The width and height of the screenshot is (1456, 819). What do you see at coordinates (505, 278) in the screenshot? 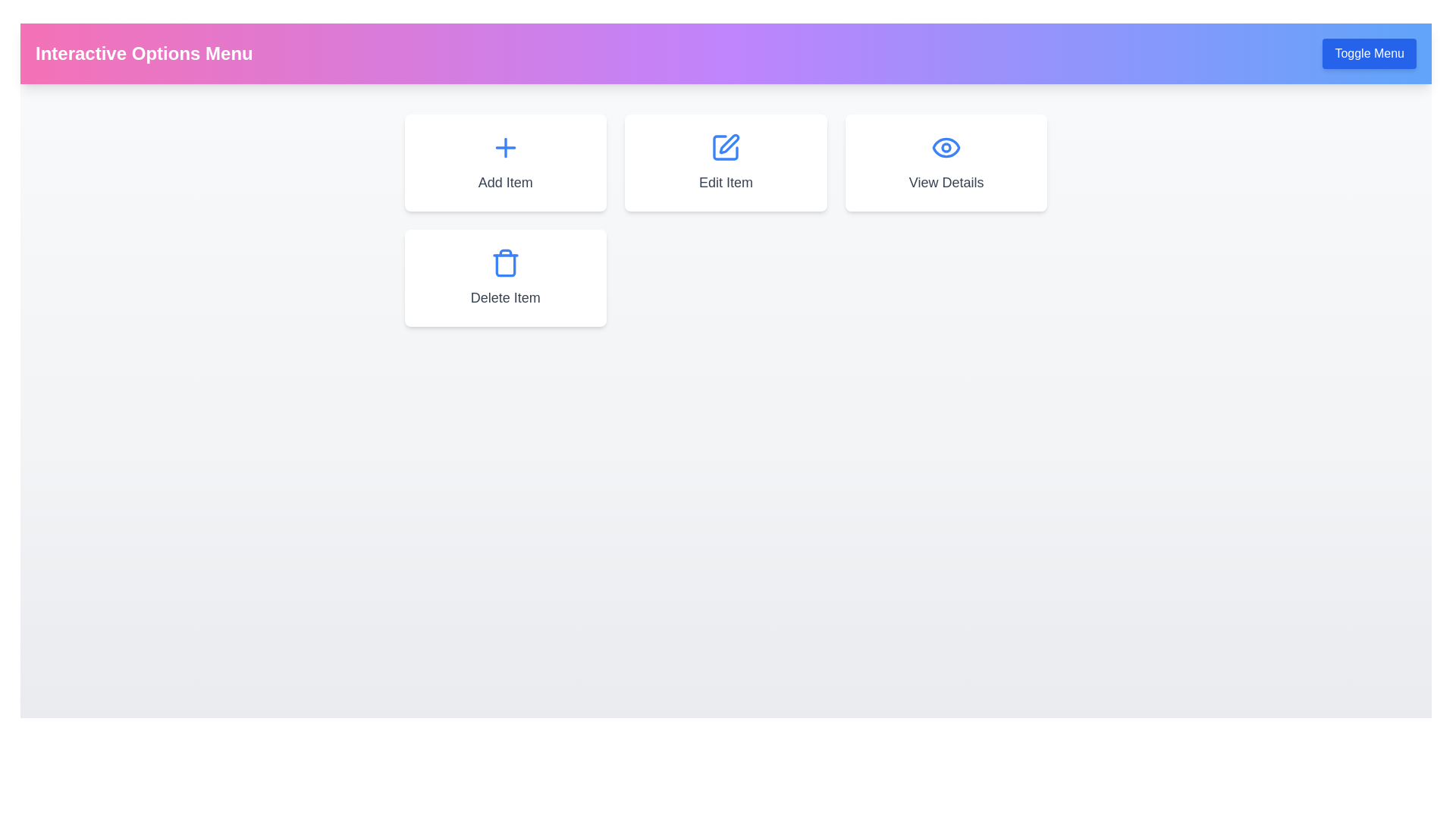
I see `the 'Delete Item' button` at bounding box center [505, 278].